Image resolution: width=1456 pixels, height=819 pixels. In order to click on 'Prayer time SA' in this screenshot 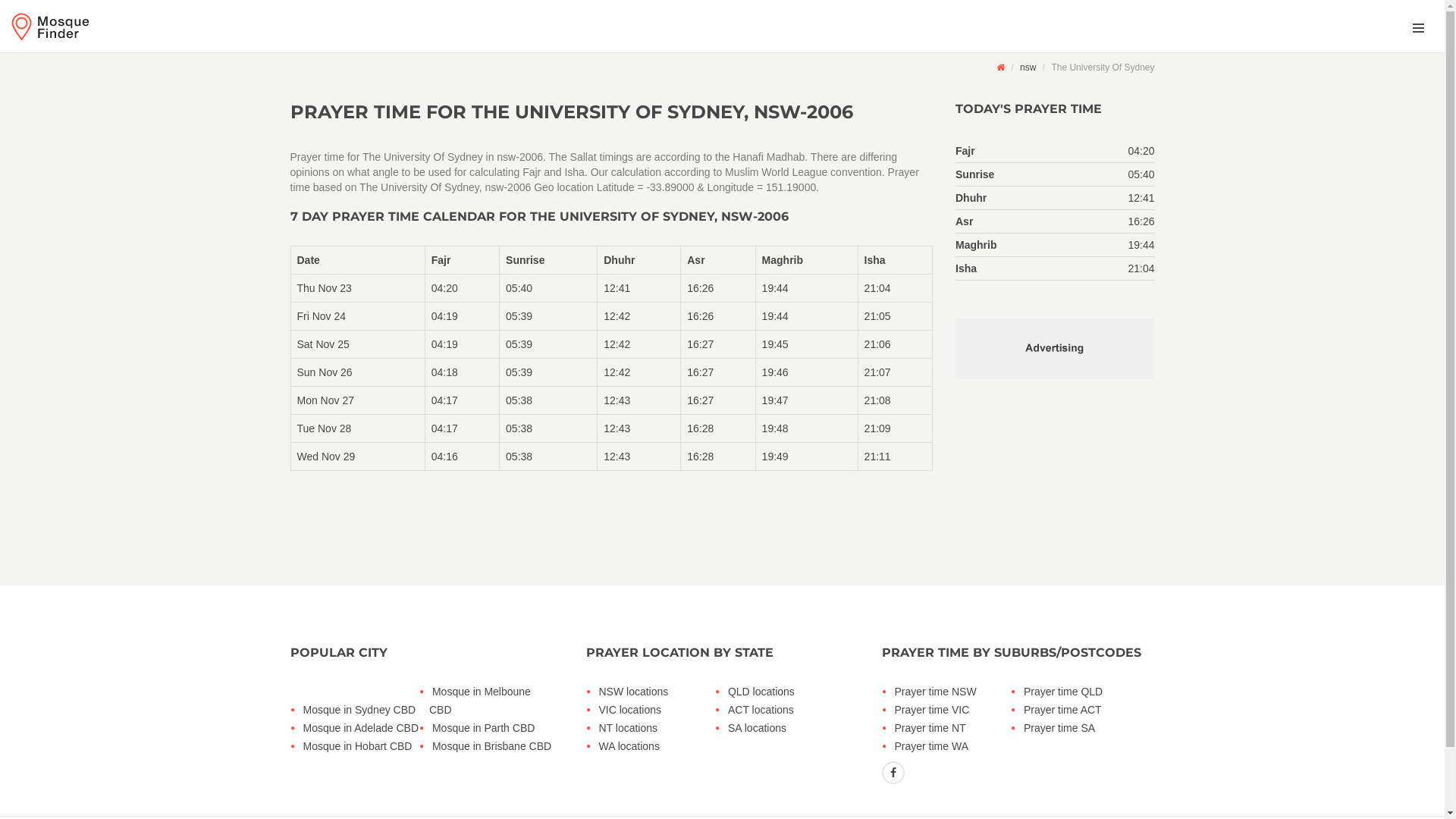, I will do `click(1020, 727)`.